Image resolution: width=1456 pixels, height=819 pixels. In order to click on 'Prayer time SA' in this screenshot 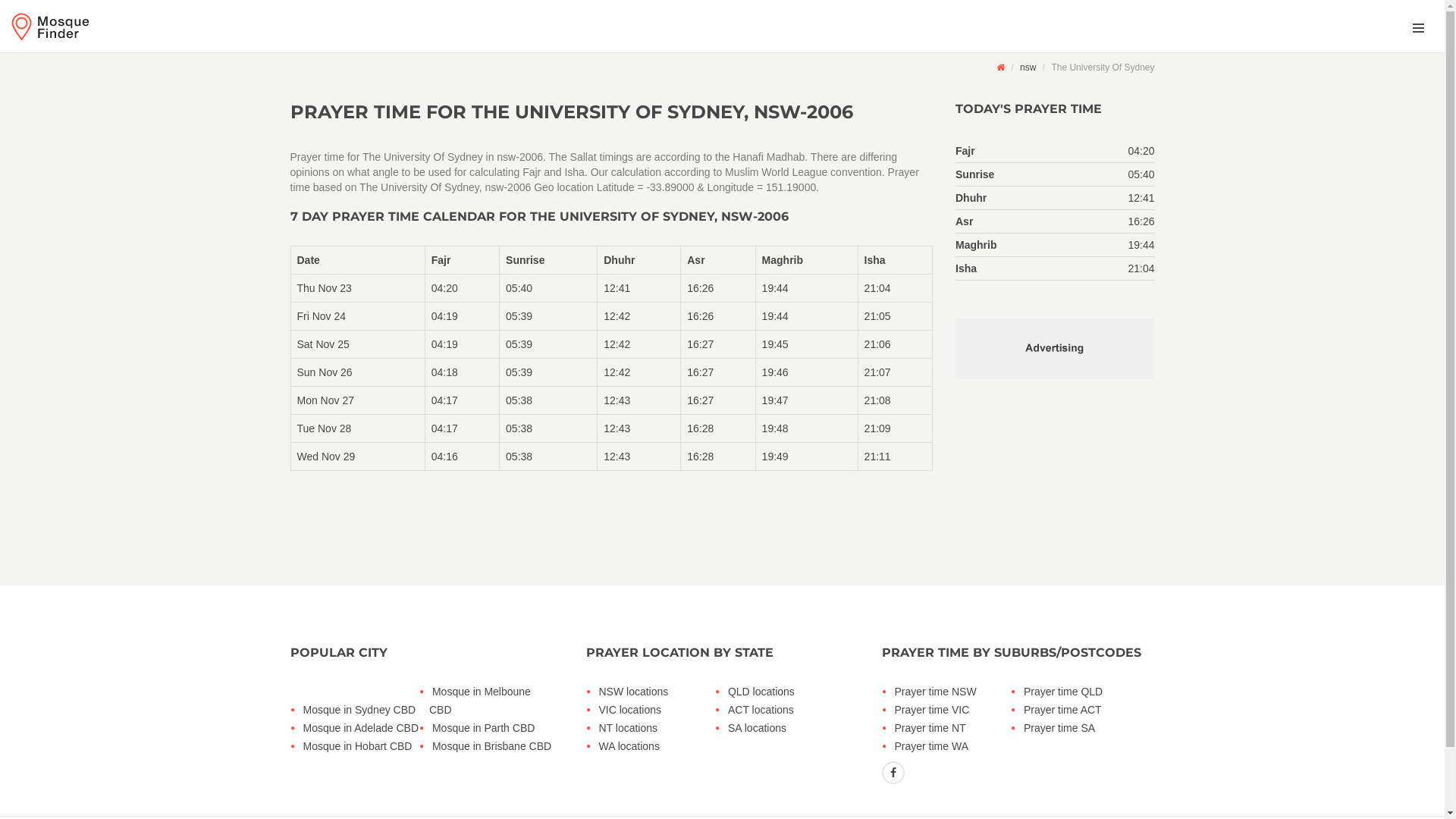, I will do `click(1020, 727)`.